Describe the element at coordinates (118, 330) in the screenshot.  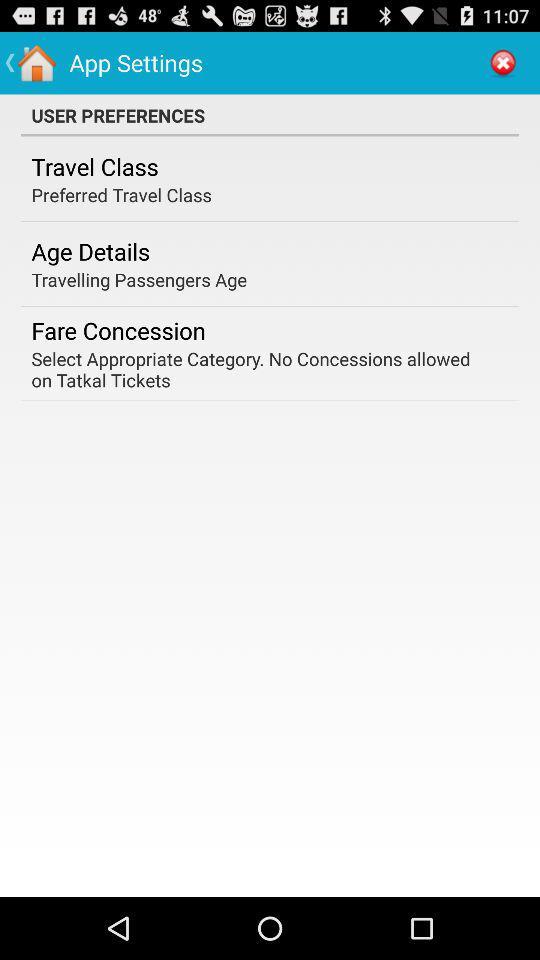
I see `the fare concession` at that location.